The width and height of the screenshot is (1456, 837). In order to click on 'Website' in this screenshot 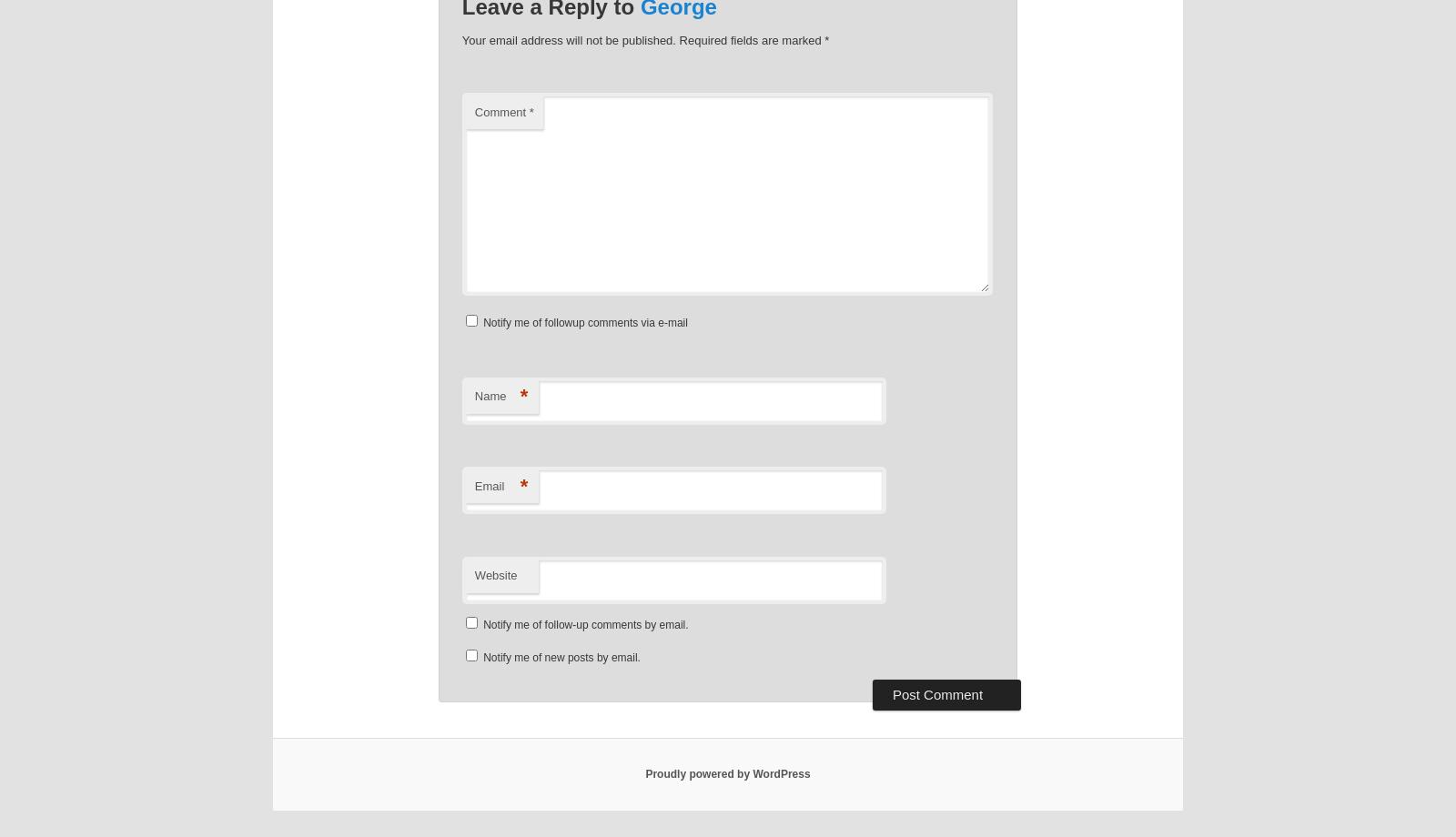, I will do `click(494, 574)`.